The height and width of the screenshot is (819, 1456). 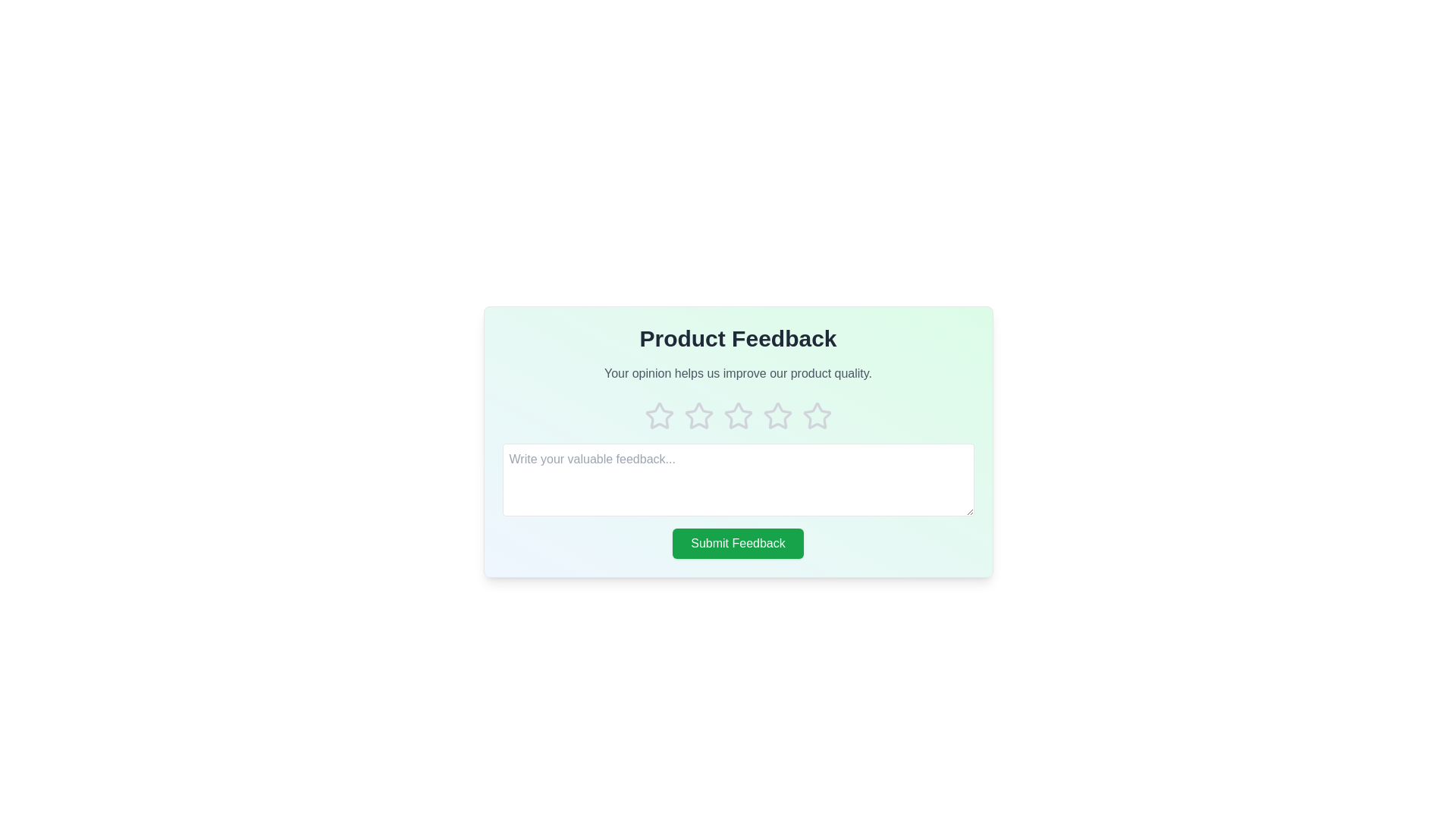 I want to click on the 'Submit Feedback' button with a green background and white text, so click(x=738, y=543).